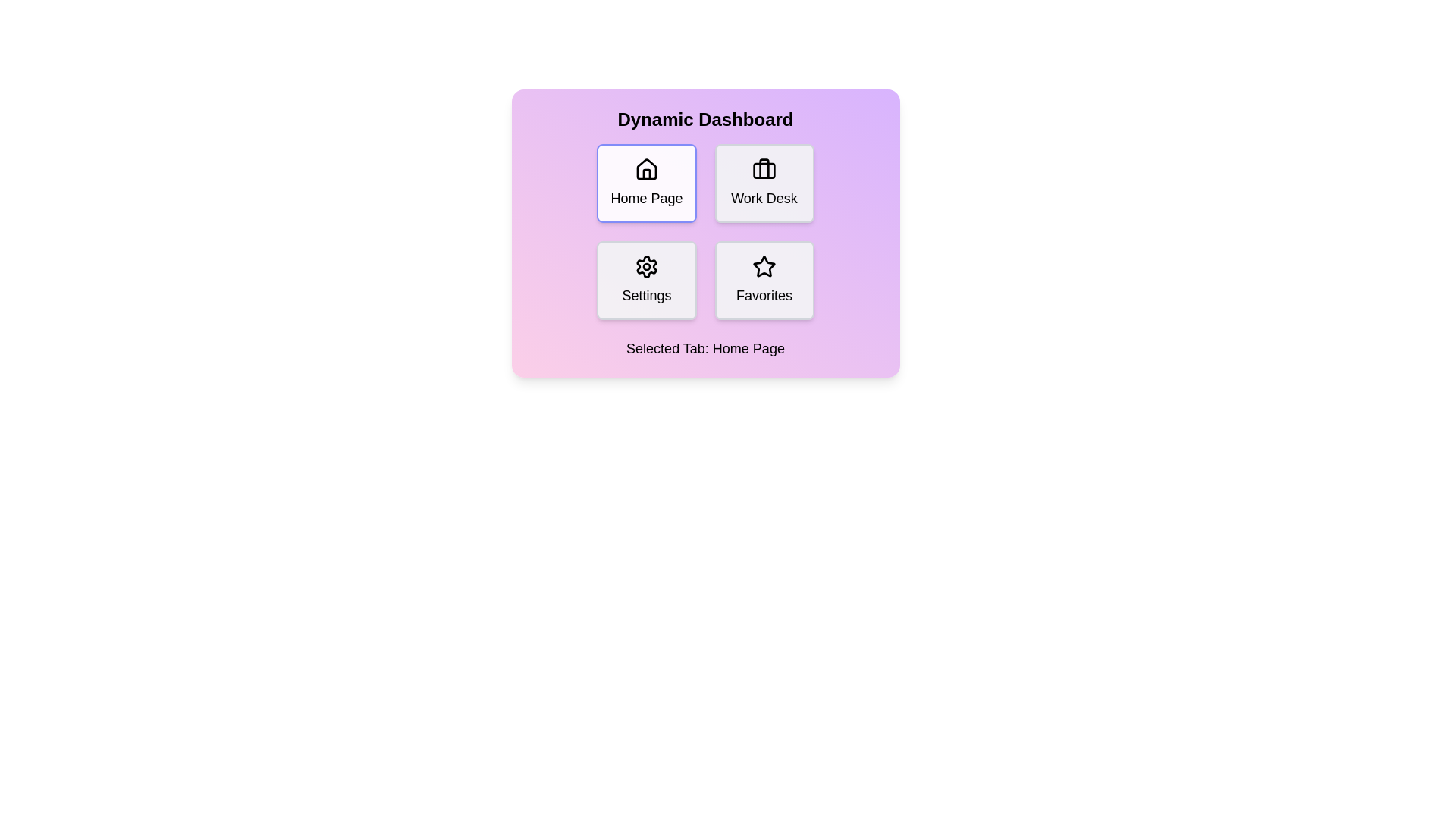  I want to click on the tab labeled Work Desk, so click(764, 183).